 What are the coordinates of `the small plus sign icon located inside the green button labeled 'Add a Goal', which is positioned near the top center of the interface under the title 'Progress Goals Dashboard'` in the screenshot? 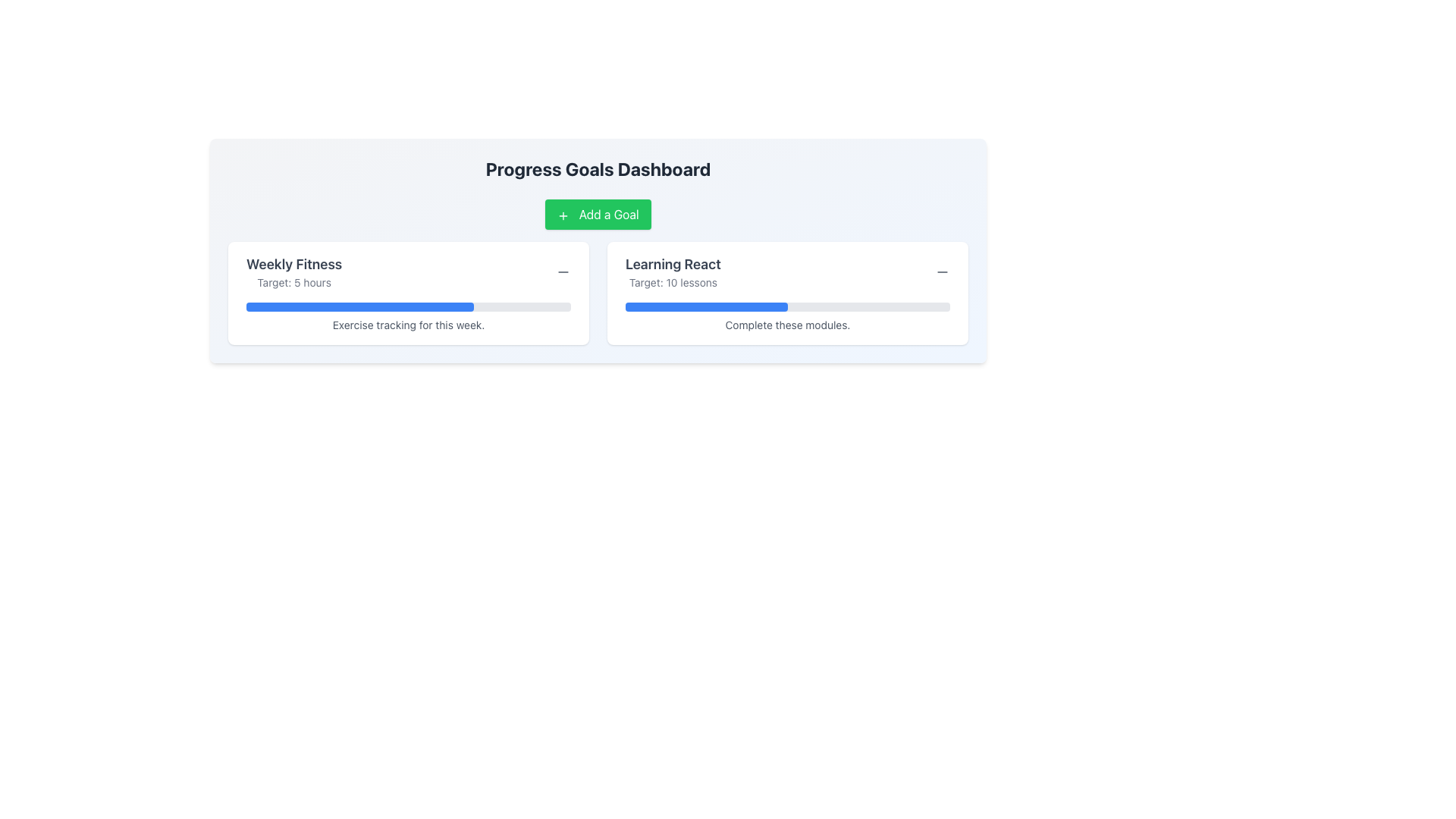 It's located at (563, 215).